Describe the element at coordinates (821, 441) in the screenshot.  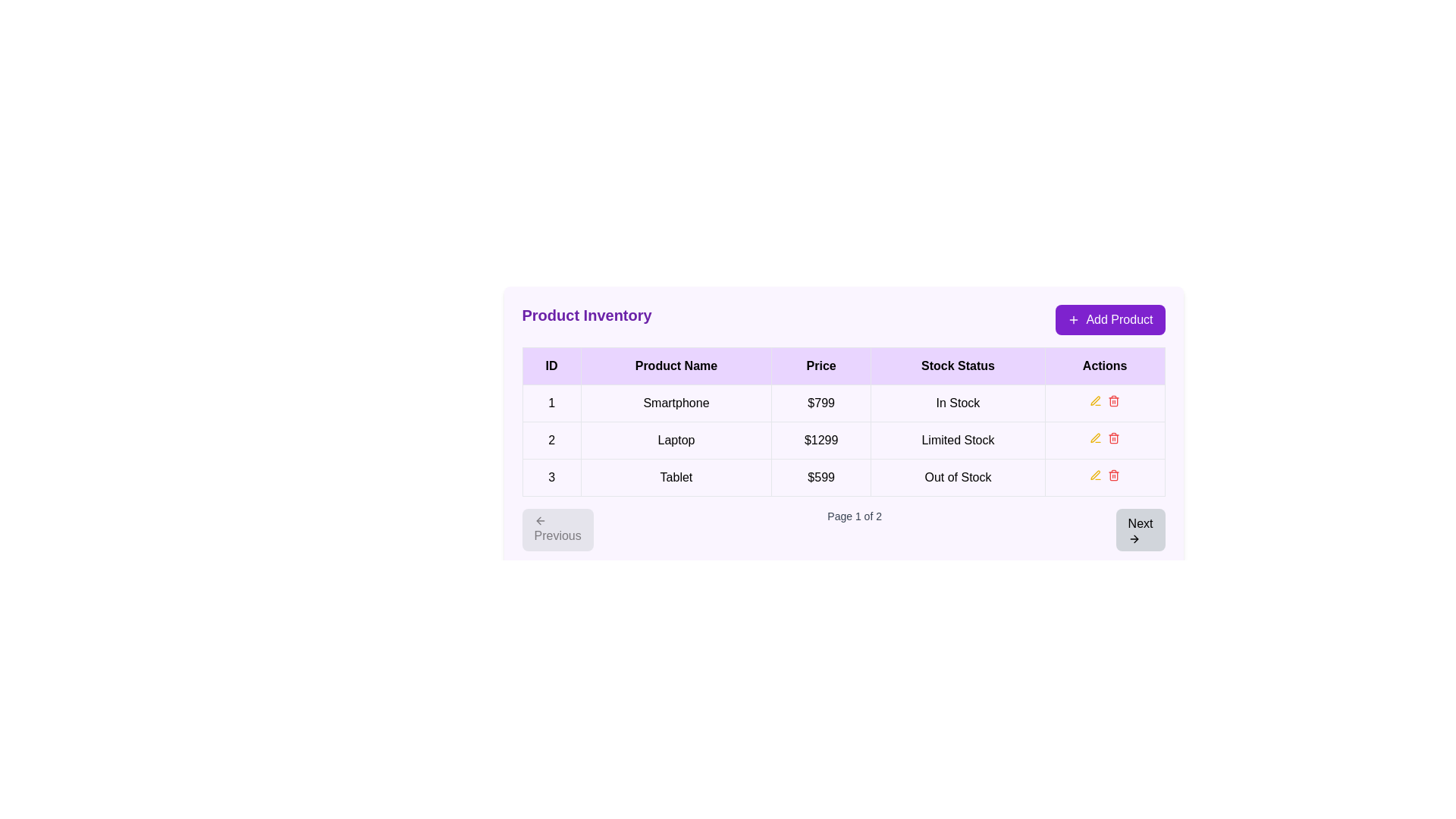
I see `the informational text label displaying the price of the 'Laptop' product in the third column of the second row within the table layout` at that location.